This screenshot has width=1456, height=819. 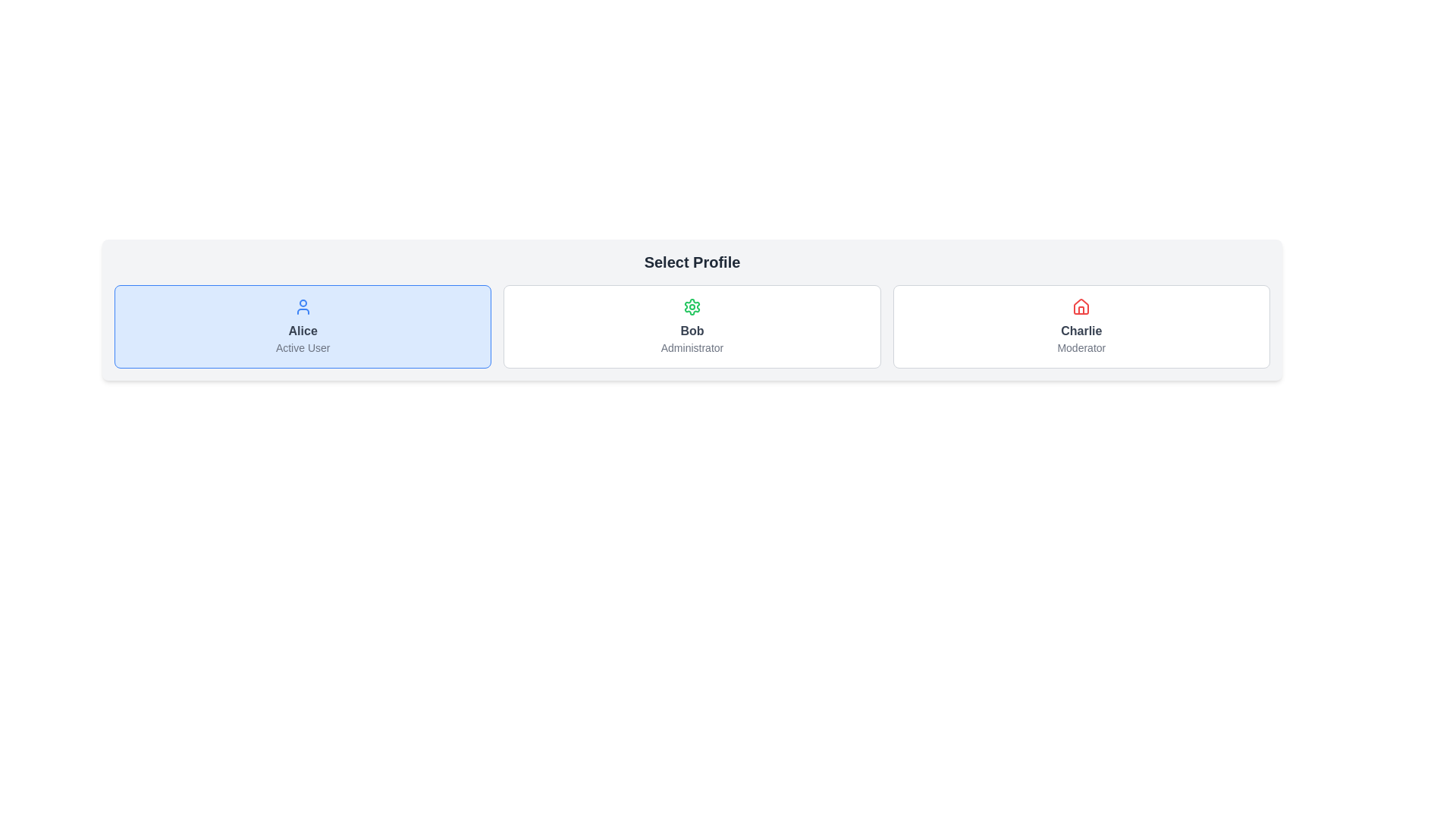 I want to click on the name label 'Bob' within the central profile card, located between the settings icon and the 'Administrator' label, so click(x=691, y=330).